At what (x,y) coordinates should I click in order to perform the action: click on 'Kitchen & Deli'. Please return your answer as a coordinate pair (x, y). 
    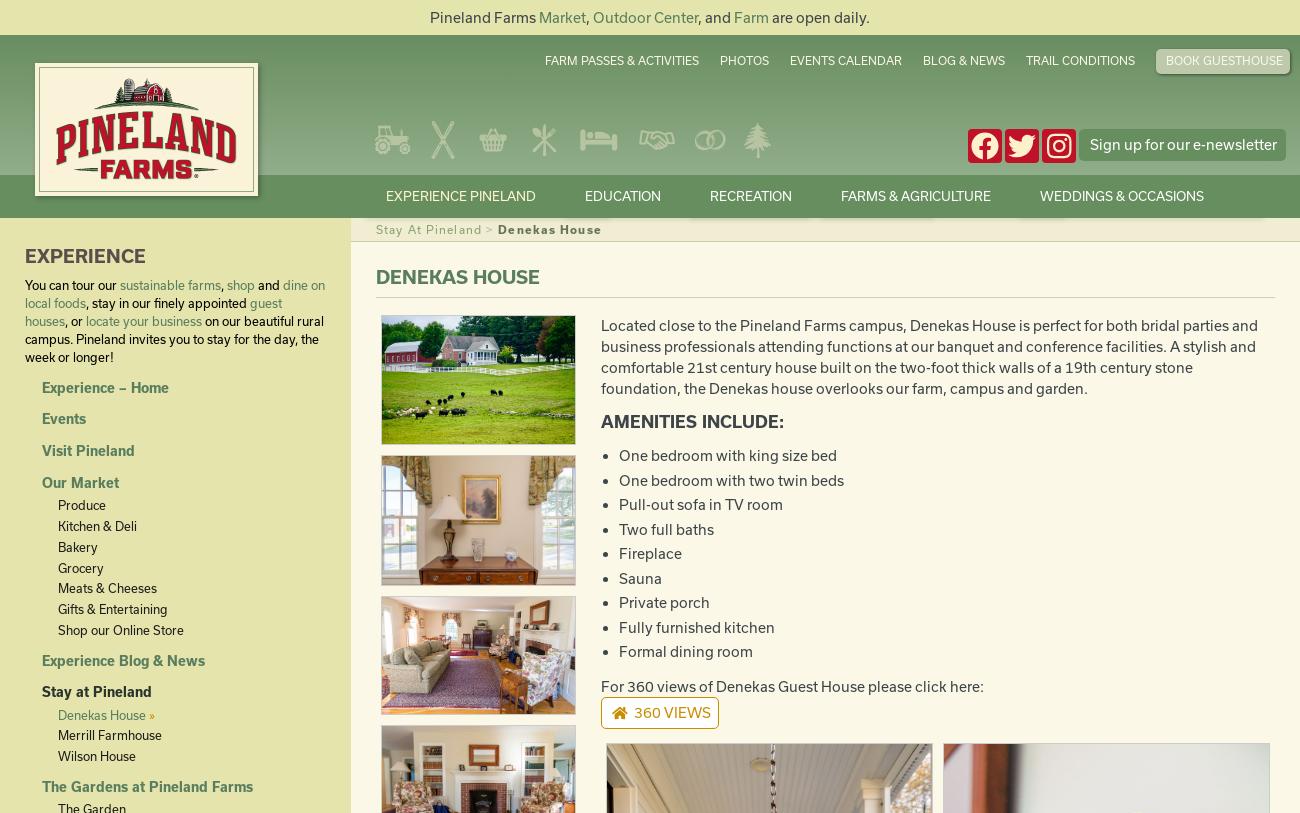
    Looking at the image, I should click on (96, 525).